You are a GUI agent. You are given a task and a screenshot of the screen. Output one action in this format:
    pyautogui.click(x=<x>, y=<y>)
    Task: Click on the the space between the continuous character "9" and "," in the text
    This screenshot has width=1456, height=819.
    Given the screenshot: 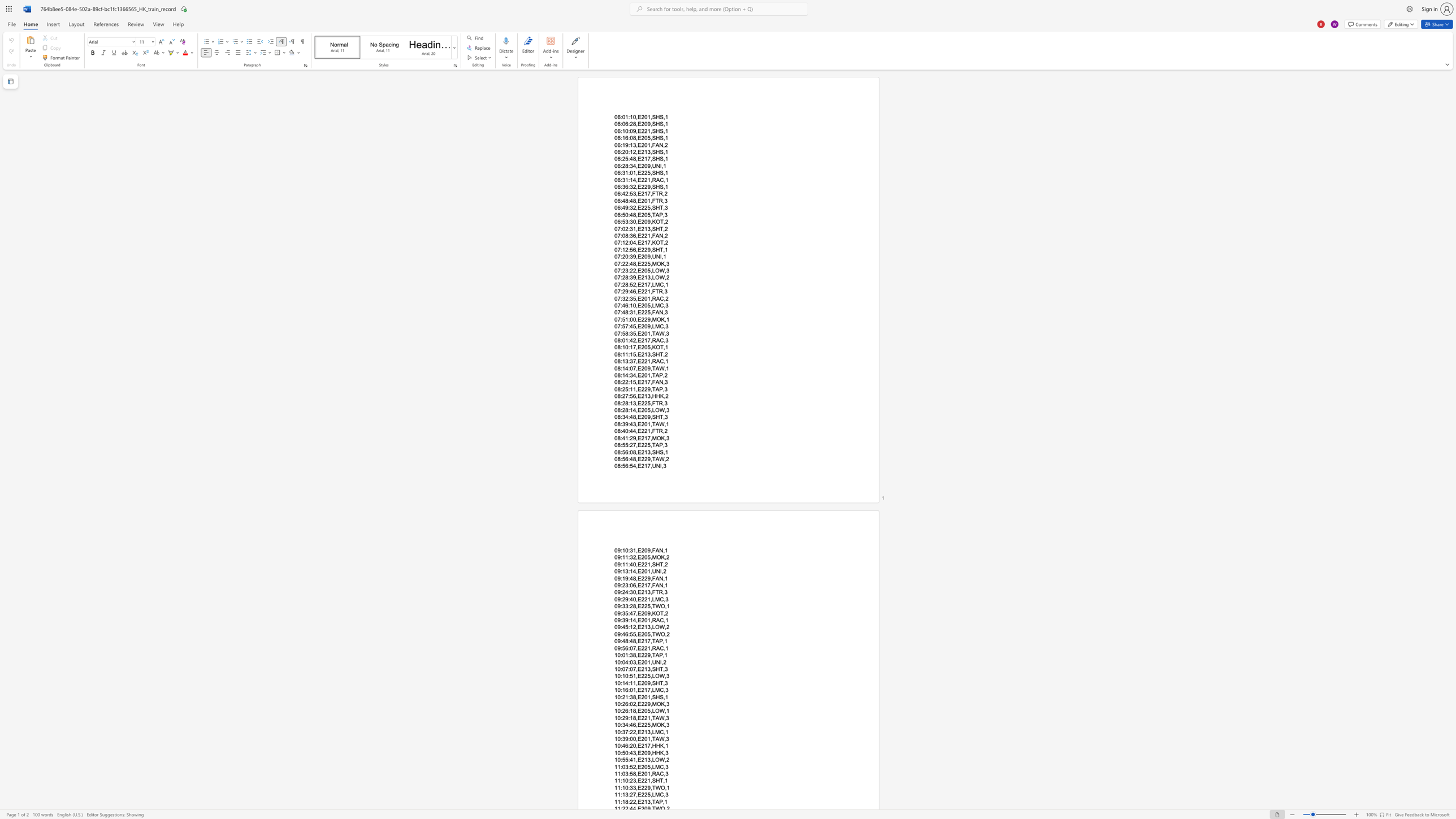 What is the action you would take?
    pyautogui.click(x=649, y=752)
    